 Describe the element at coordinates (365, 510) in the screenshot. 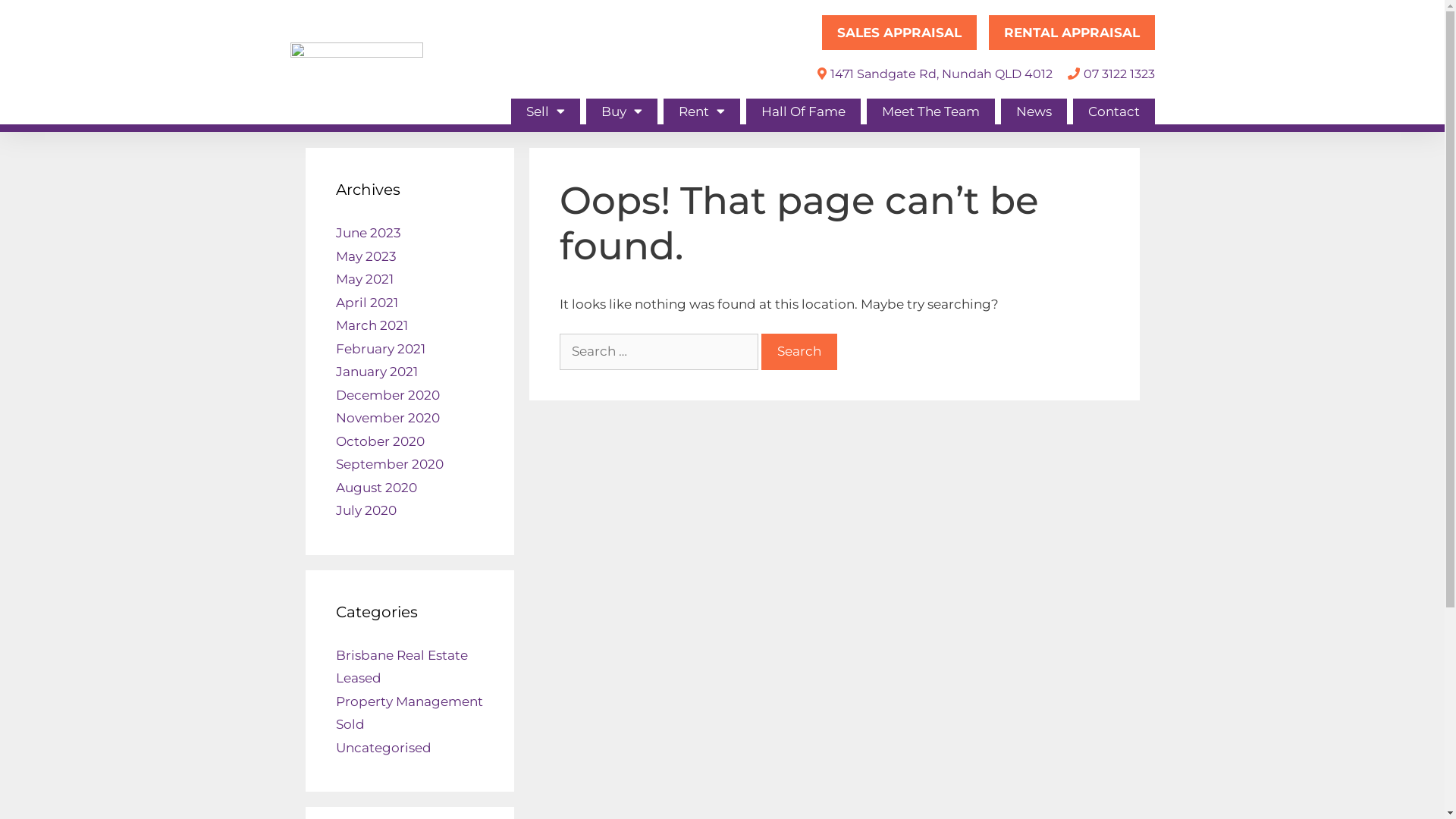

I see `'July 2020'` at that location.